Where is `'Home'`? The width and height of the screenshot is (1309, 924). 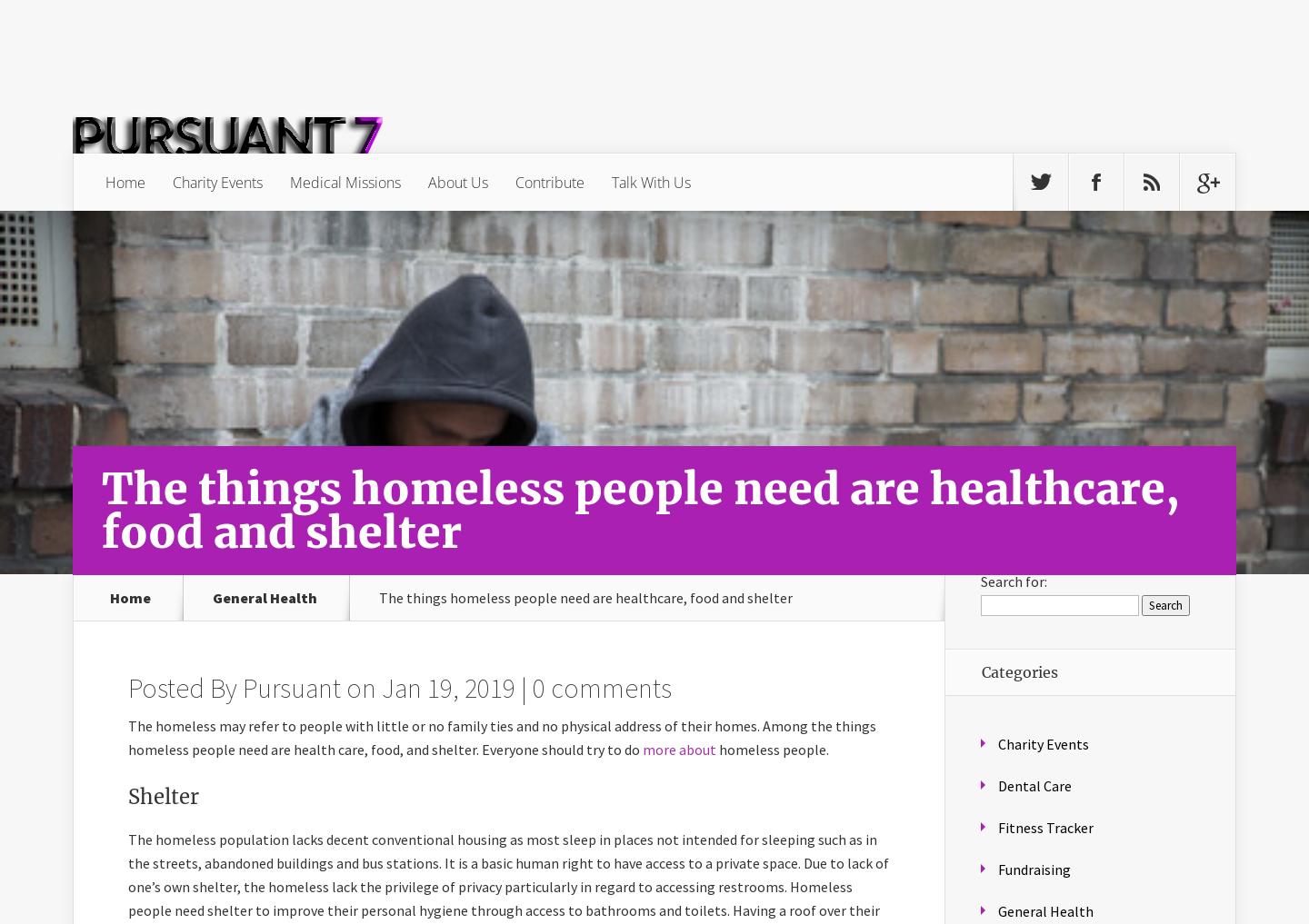
'Home' is located at coordinates (129, 597).